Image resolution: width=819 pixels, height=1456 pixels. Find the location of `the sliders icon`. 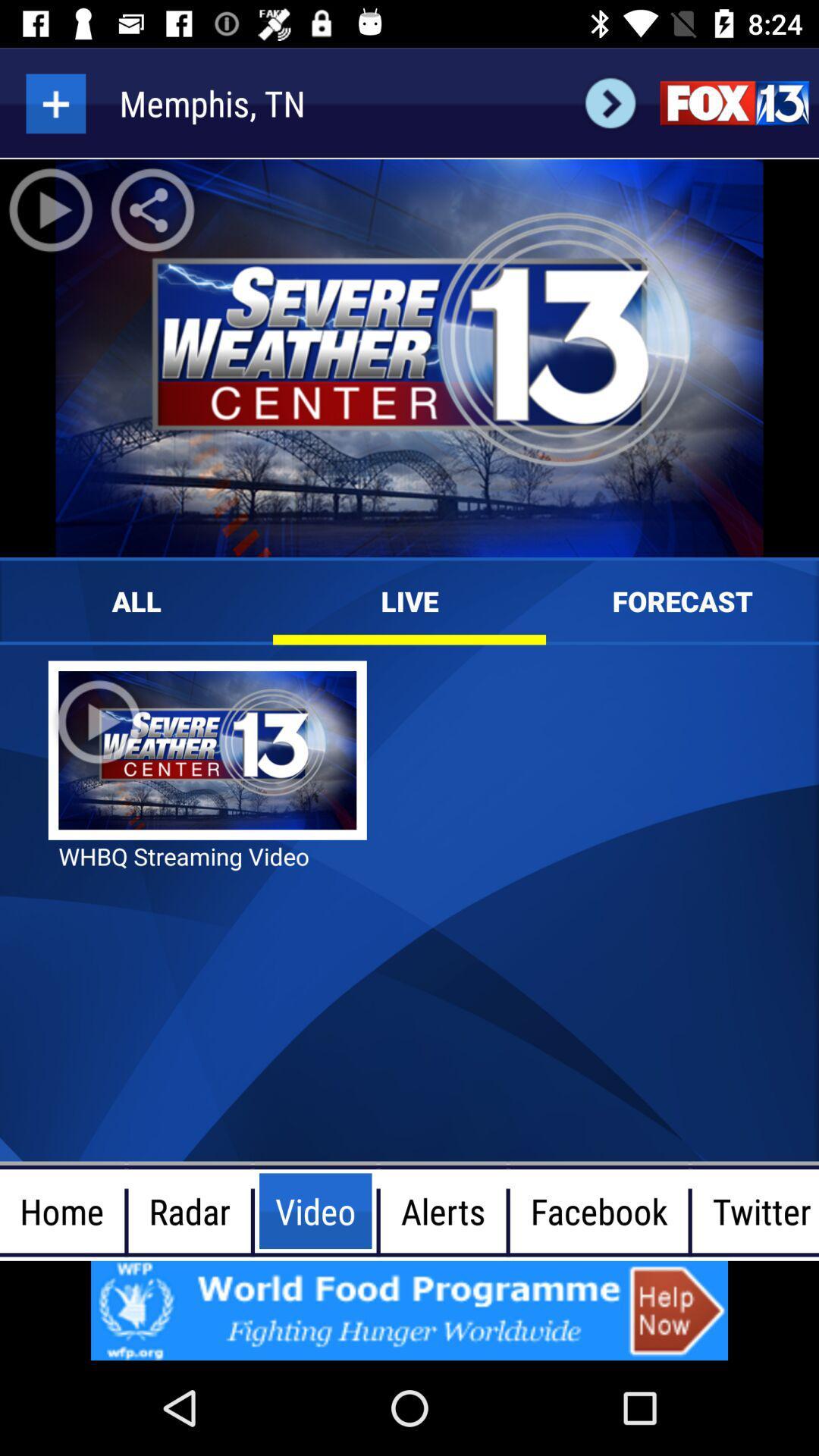

the sliders icon is located at coordinates (733, 102).